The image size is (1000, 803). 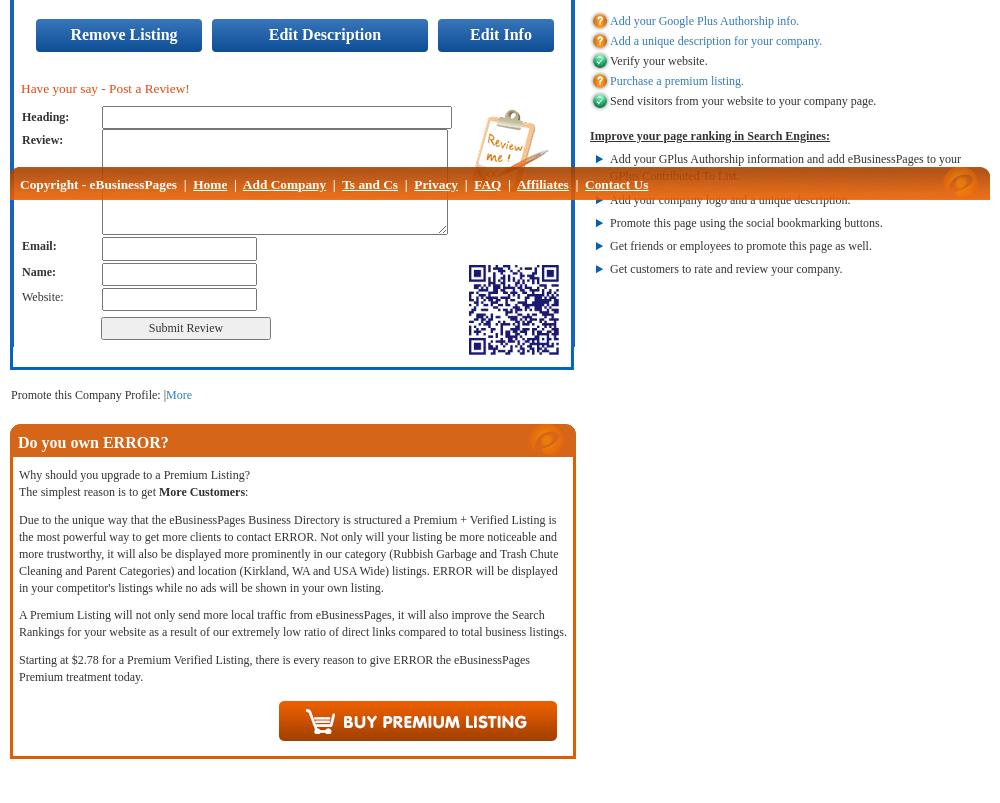 I want to click on 'Get customers to rate and review your company.', so click(x=725, y=266).